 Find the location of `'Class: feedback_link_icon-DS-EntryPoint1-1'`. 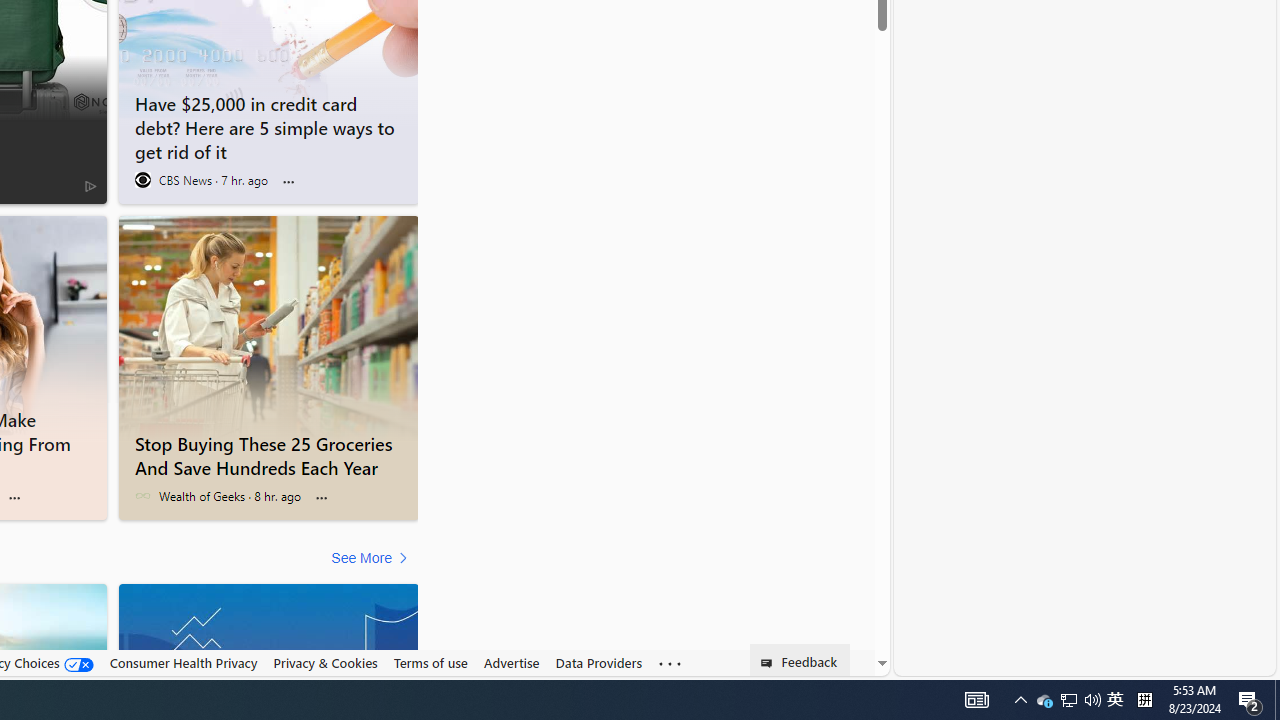

'Class: feedback_link_icon-DS-EntryPoint1-1' is located at coordinates (769, 663).